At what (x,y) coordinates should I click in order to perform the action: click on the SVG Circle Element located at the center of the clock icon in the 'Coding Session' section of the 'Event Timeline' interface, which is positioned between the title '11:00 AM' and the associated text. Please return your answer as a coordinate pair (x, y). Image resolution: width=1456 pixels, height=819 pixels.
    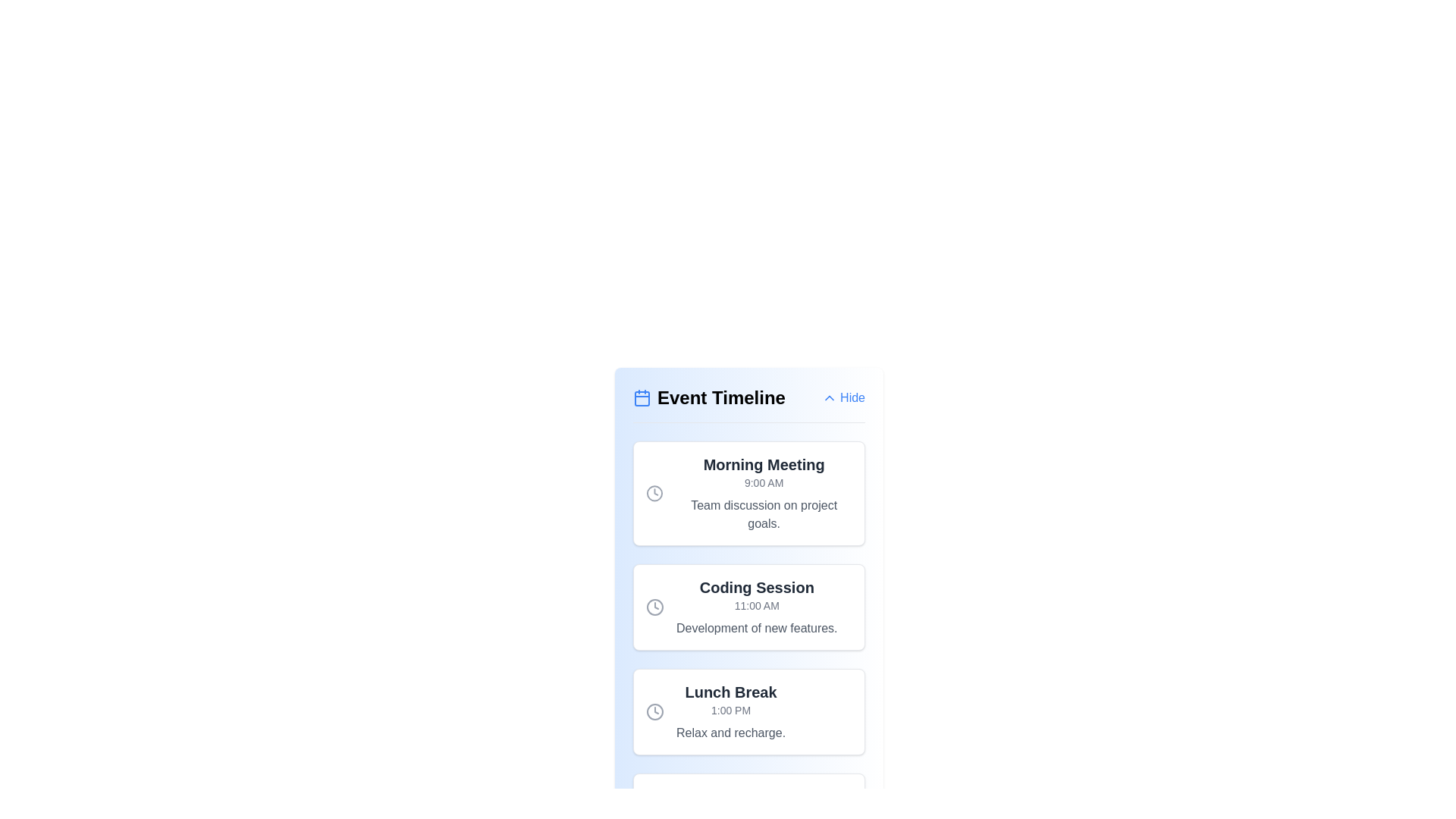
    Looking at the image, I should click on (655, 607).